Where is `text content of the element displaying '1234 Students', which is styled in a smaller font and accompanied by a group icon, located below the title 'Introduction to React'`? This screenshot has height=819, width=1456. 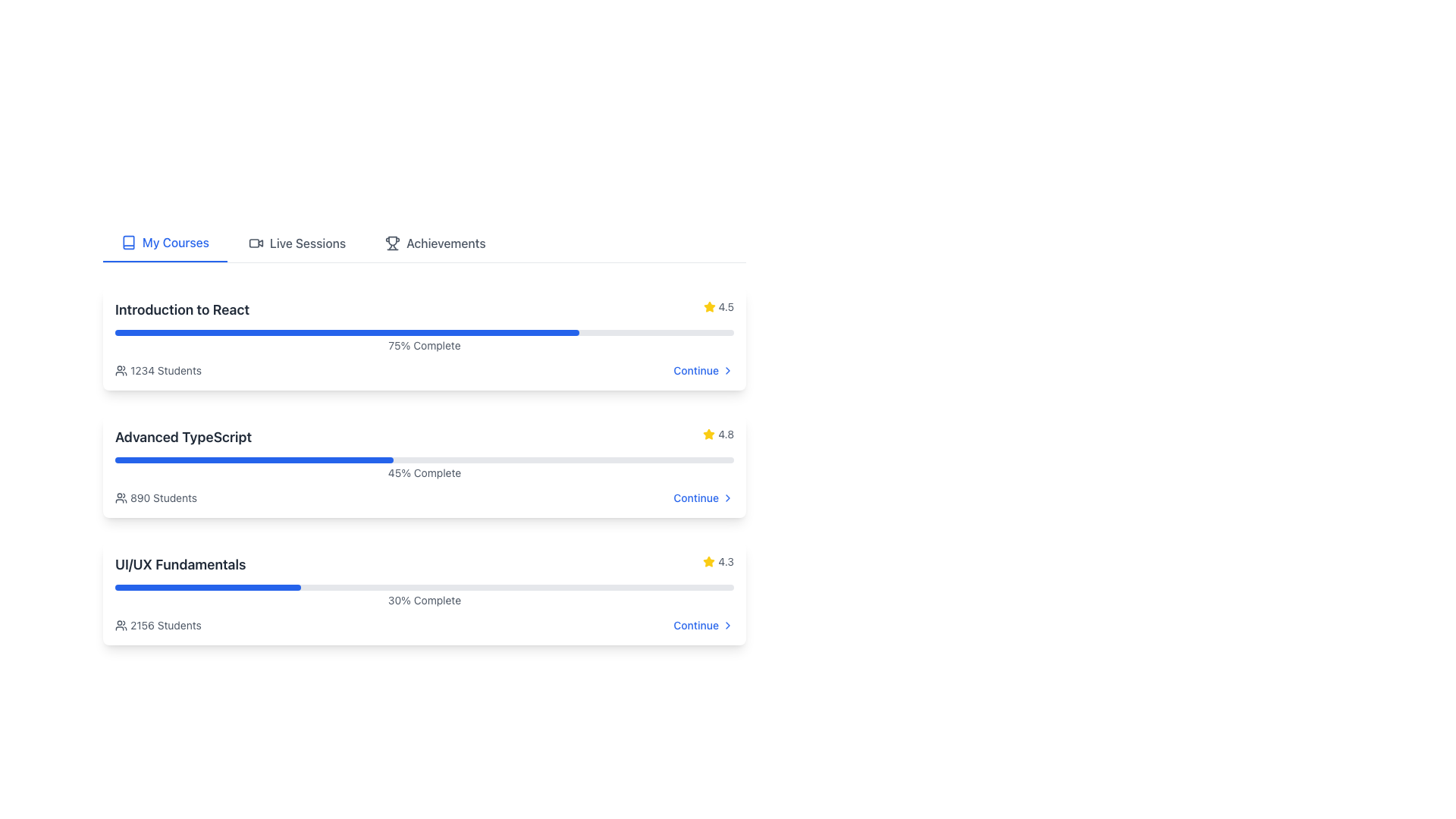 text content of the element displaying '1234 Students', which is styled in a smaller font and accompanied by a group icon, located below the title 'Introduction to React' is located at coordinates (158, 371).